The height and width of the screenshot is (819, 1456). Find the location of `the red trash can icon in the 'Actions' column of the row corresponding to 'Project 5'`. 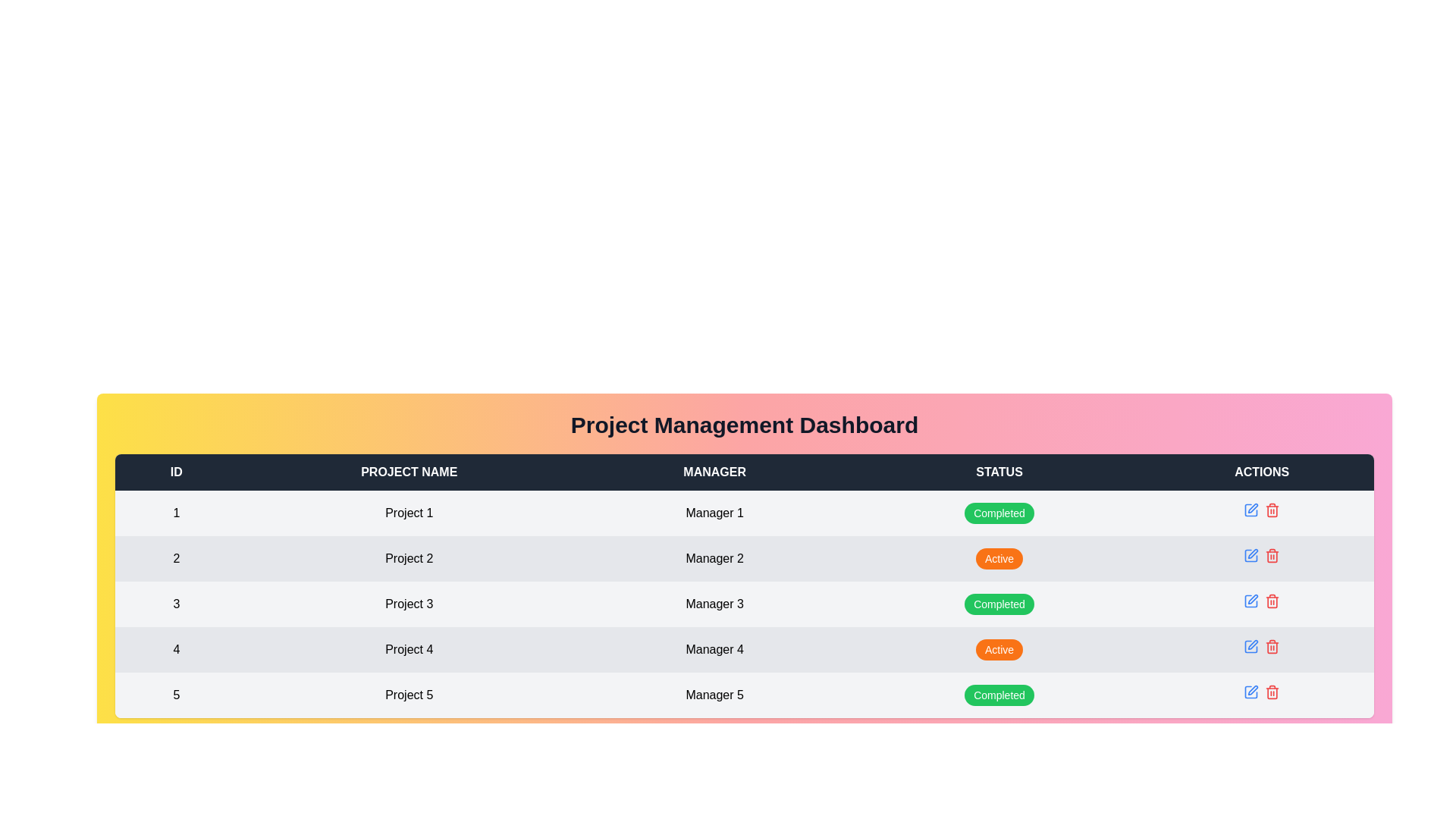

the red trash can icon in the 'Actions' column of the row corresponding to 'Project 5' is located at coordinates (1262, 692).